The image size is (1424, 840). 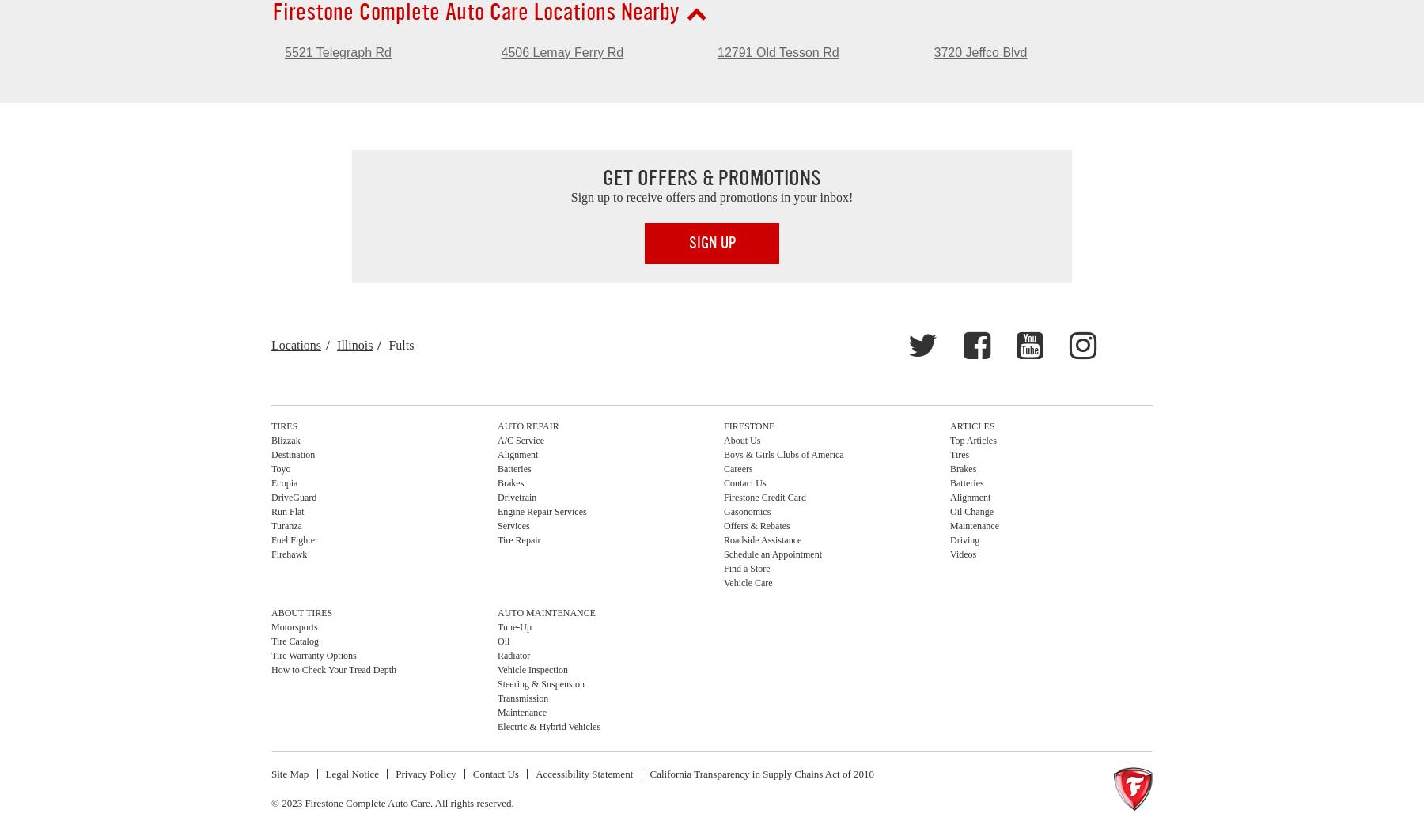 What do you see at coordinates (740, 441) in the screenshot?
I see `'About Us'` at bounding box center [740, 441].